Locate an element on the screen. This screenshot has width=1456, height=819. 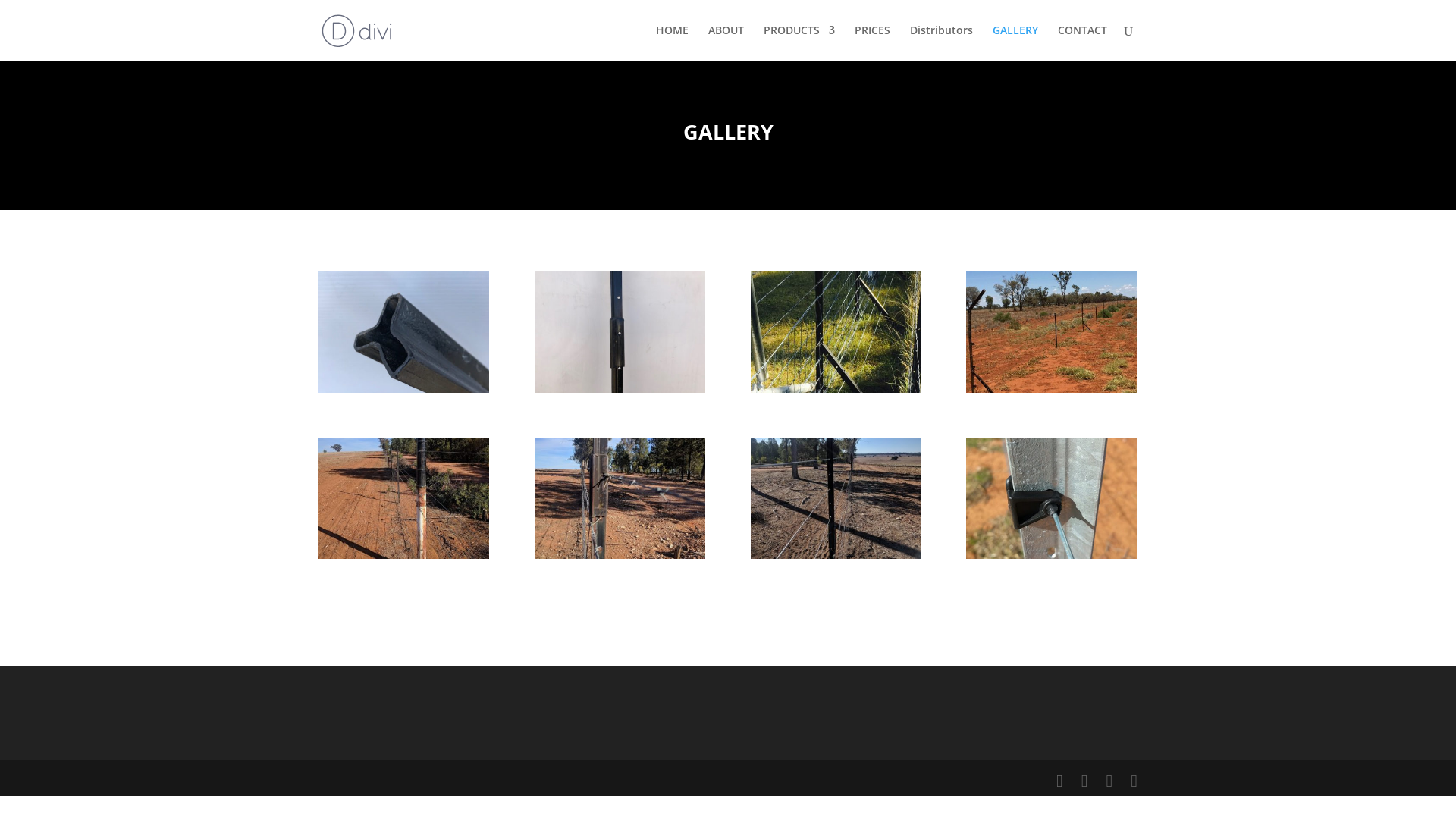
'Distributors' is located at coordinates (940, 42).